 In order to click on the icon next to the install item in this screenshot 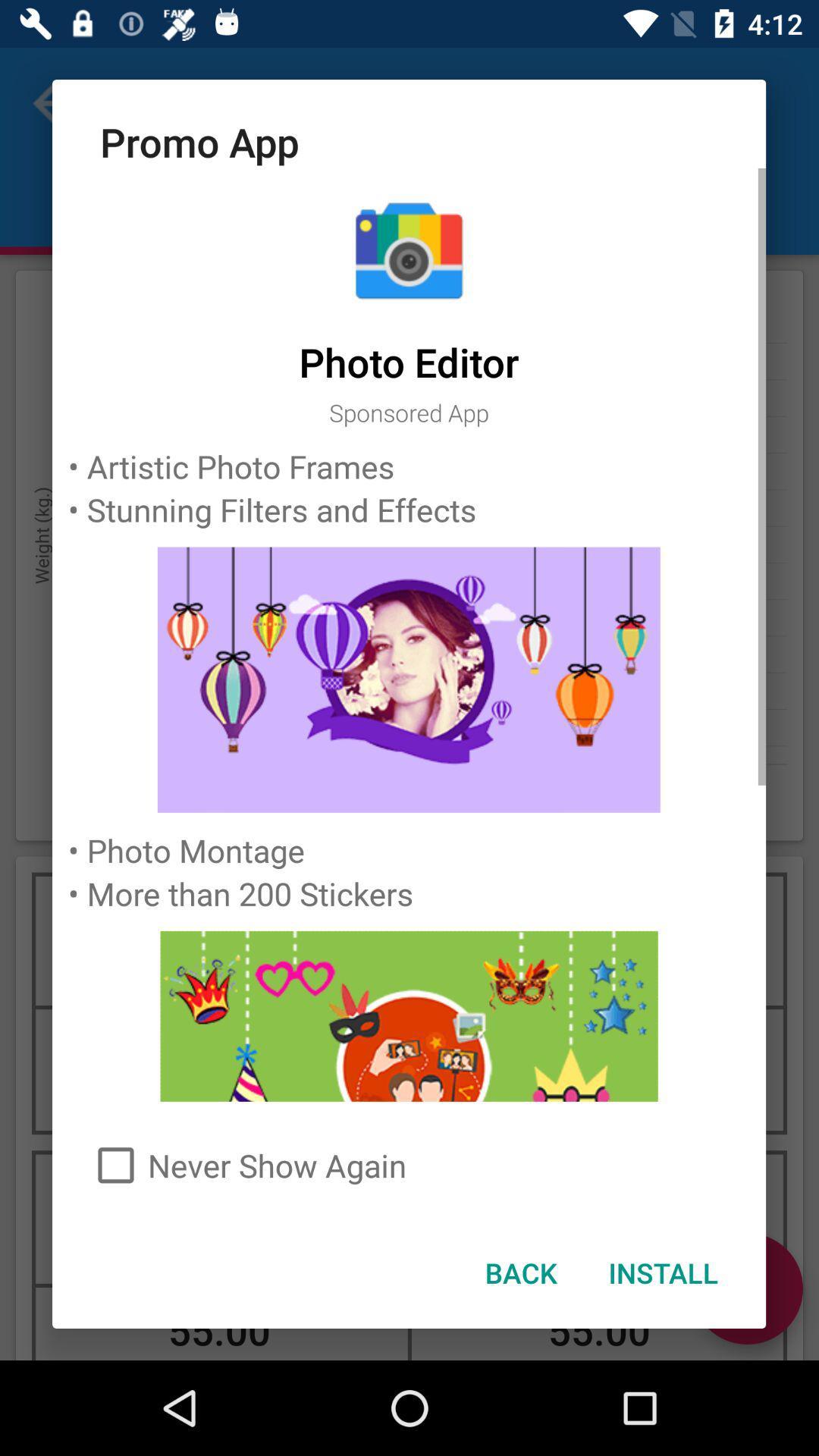, I will do `click(519, 1272)`.